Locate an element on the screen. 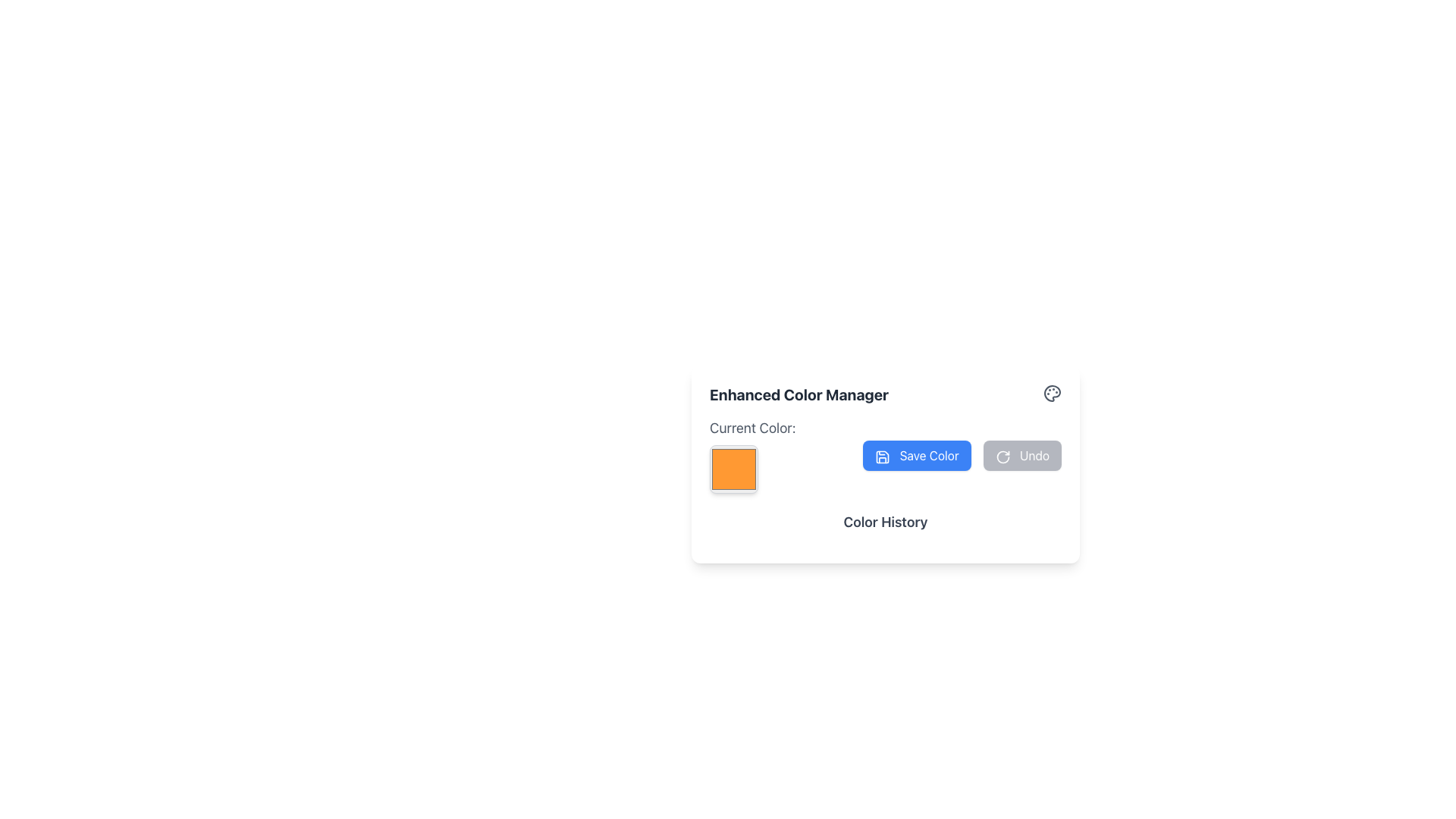 This screenshot has width=1456, height=819. Text label that serves as a title or heading, located to the left of a color palette icon is located at coordinates (799, 394).